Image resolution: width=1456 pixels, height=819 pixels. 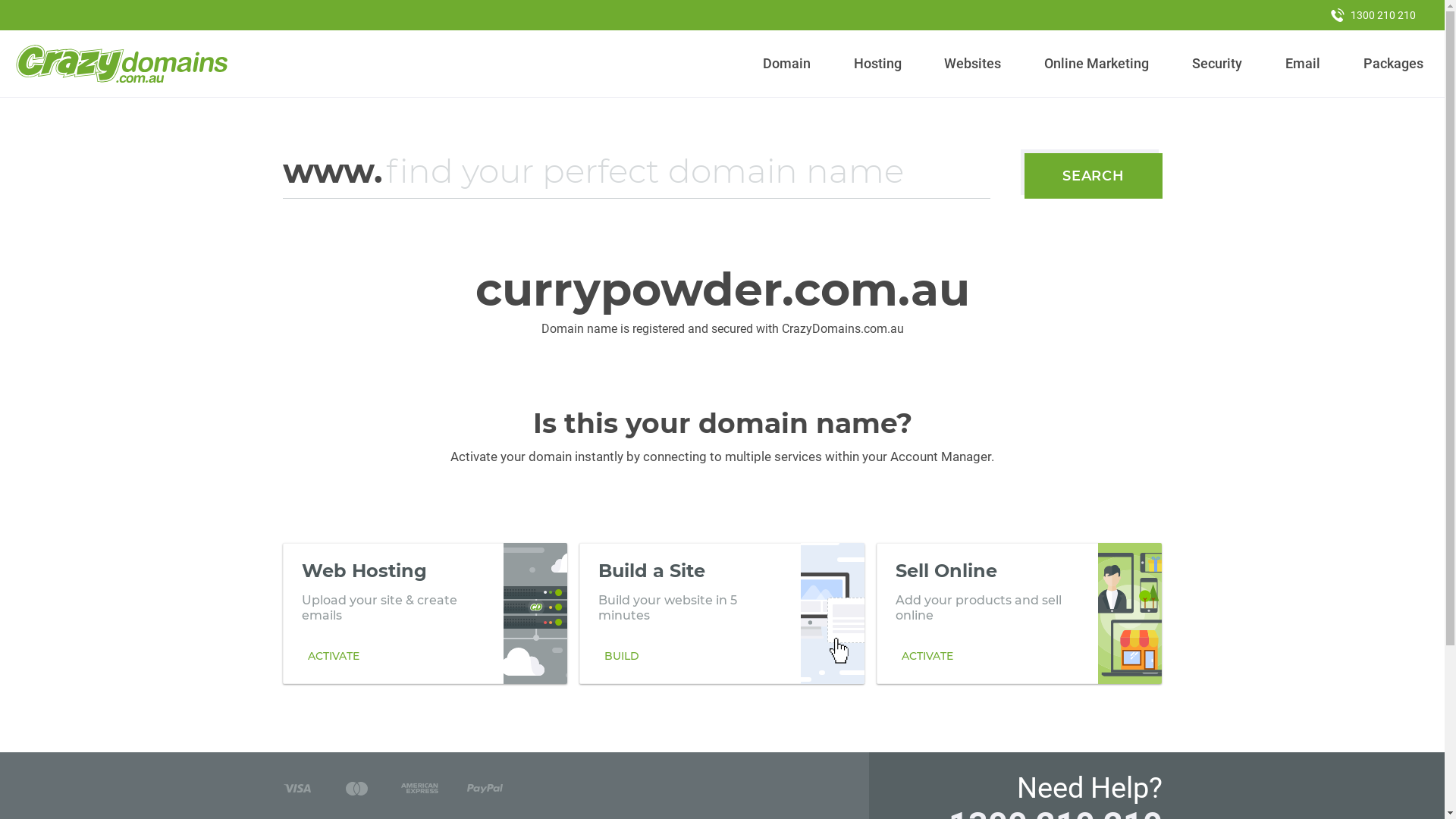 I want to click on 'Security', so click(x=1185, y=63).